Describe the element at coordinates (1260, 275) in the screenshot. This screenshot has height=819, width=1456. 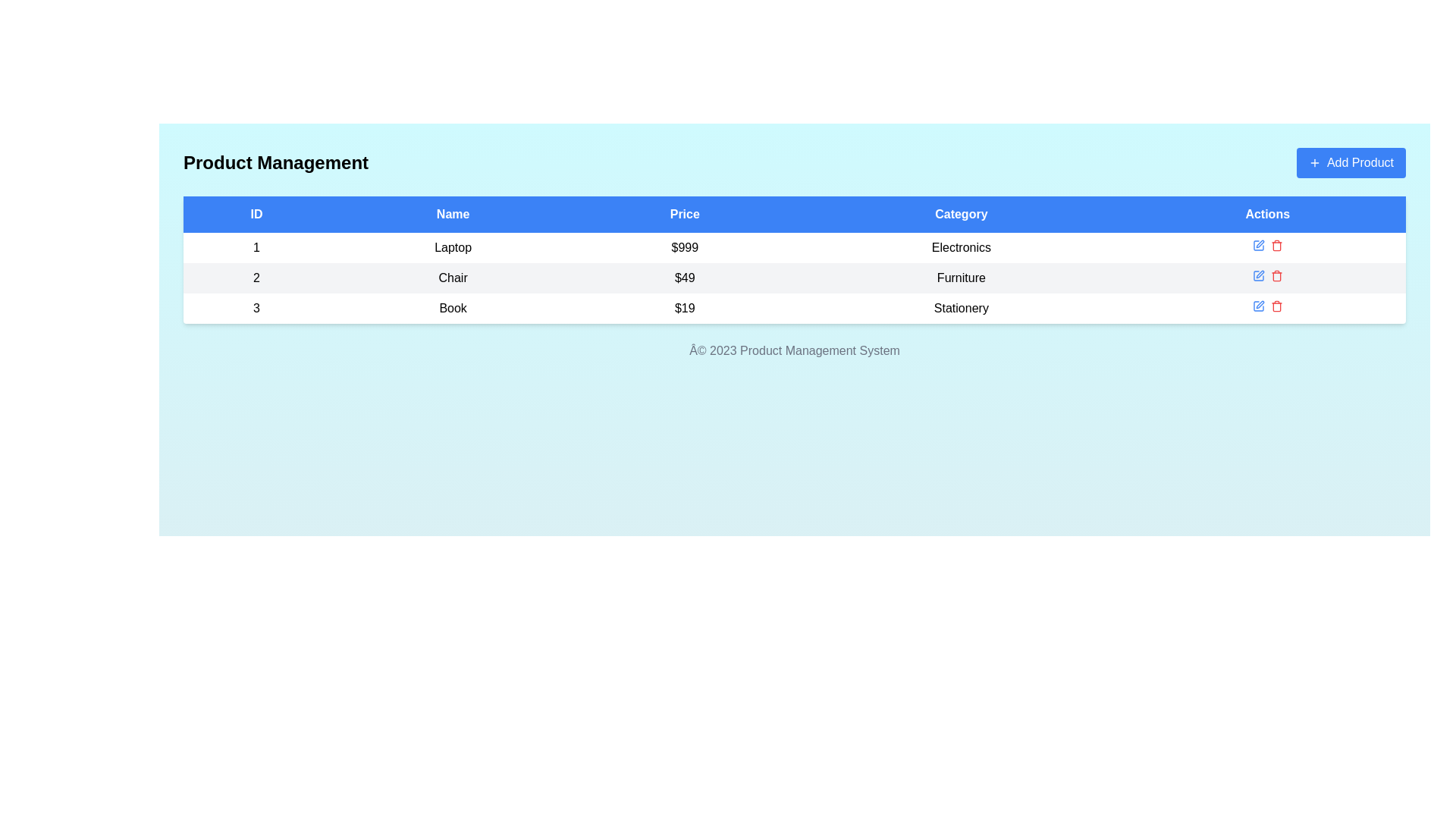
I see `the 'Edit' icon located in the 'Actions' column of the second row of the table to initiate editing for the corresponding item` at that location.